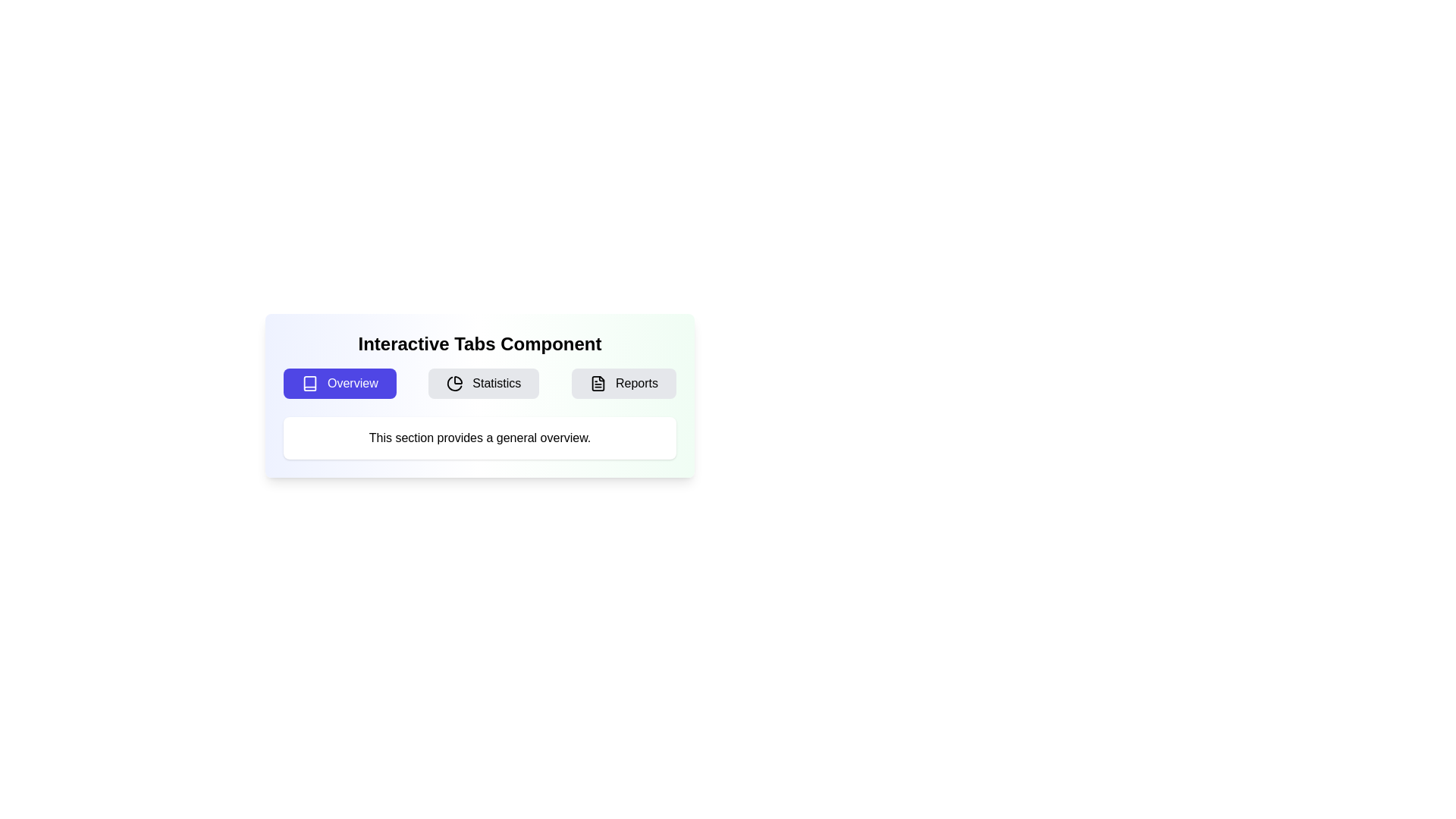 This screenshot has height=819, width=1456. Describe the element at coordinates (309, 382) in the screenshot. I see `the 'Overview' tab icon located on the left side of the interactive tabs component` at that location.